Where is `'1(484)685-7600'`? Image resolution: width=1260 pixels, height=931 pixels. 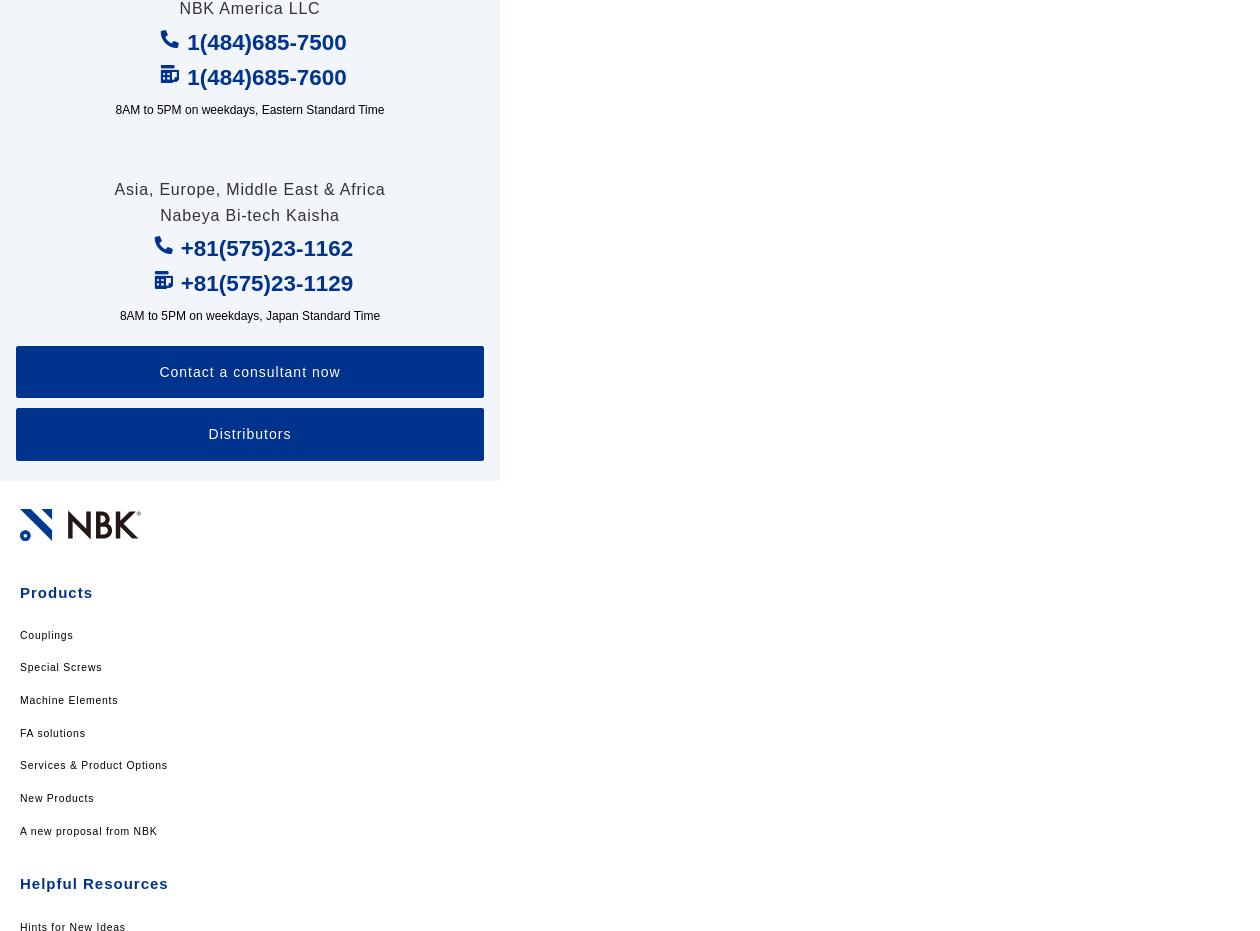 '1(484)685-7600' is located at coordinates (186, 76).